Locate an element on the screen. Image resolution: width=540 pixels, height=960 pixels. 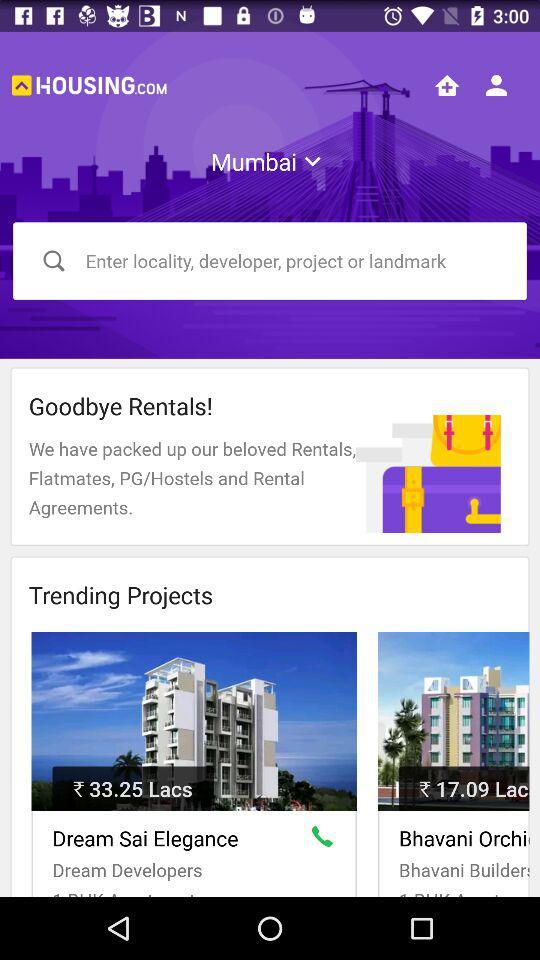
choose profile is located at coordinates (495, 85).